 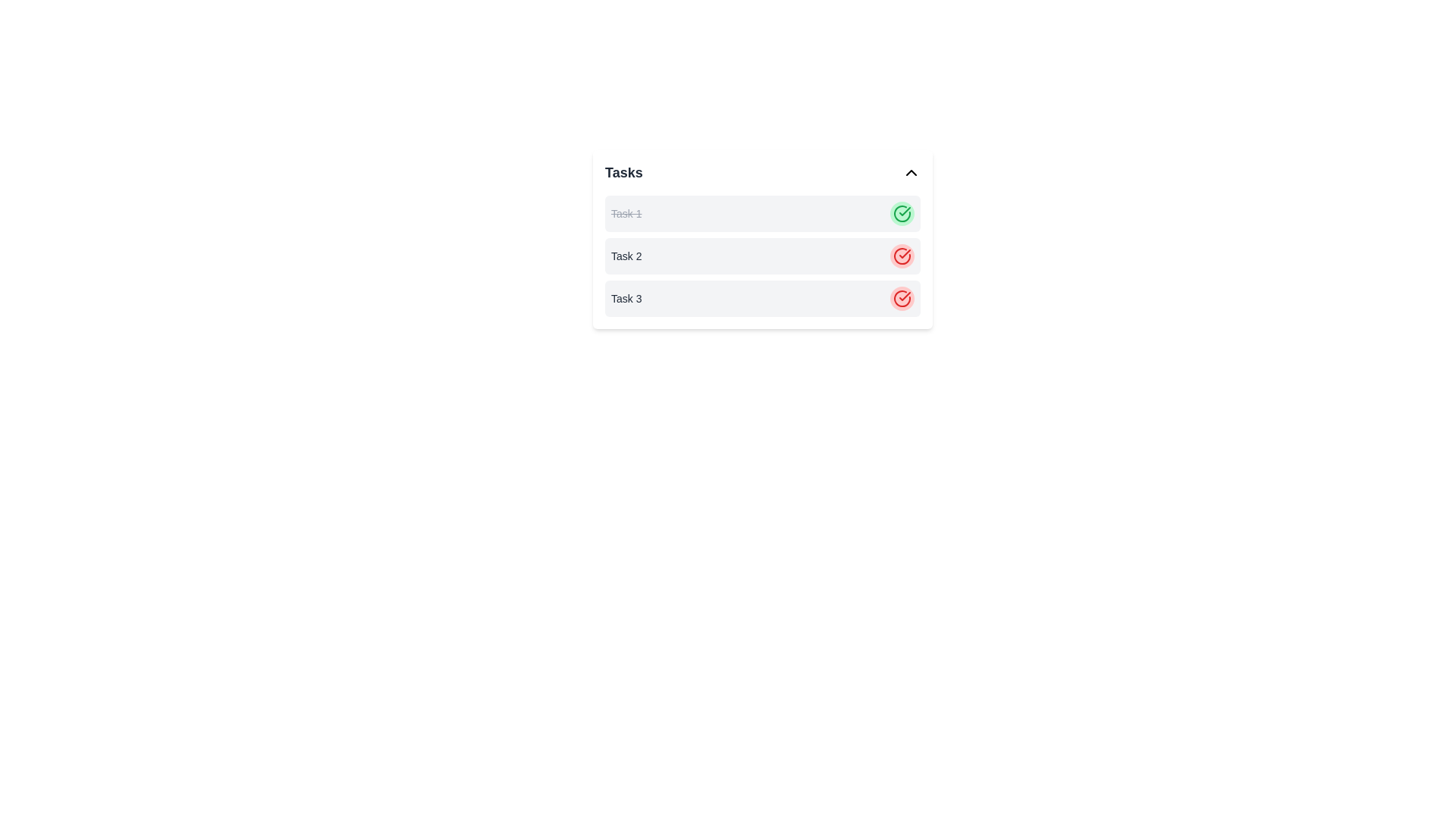 What do you see at coordinates (902, 213) in the screenshot?
I see `the green circular outline of the checkmark SVG icon, which is part of a larger set of UI indicators` at bounding box center [902, 213].